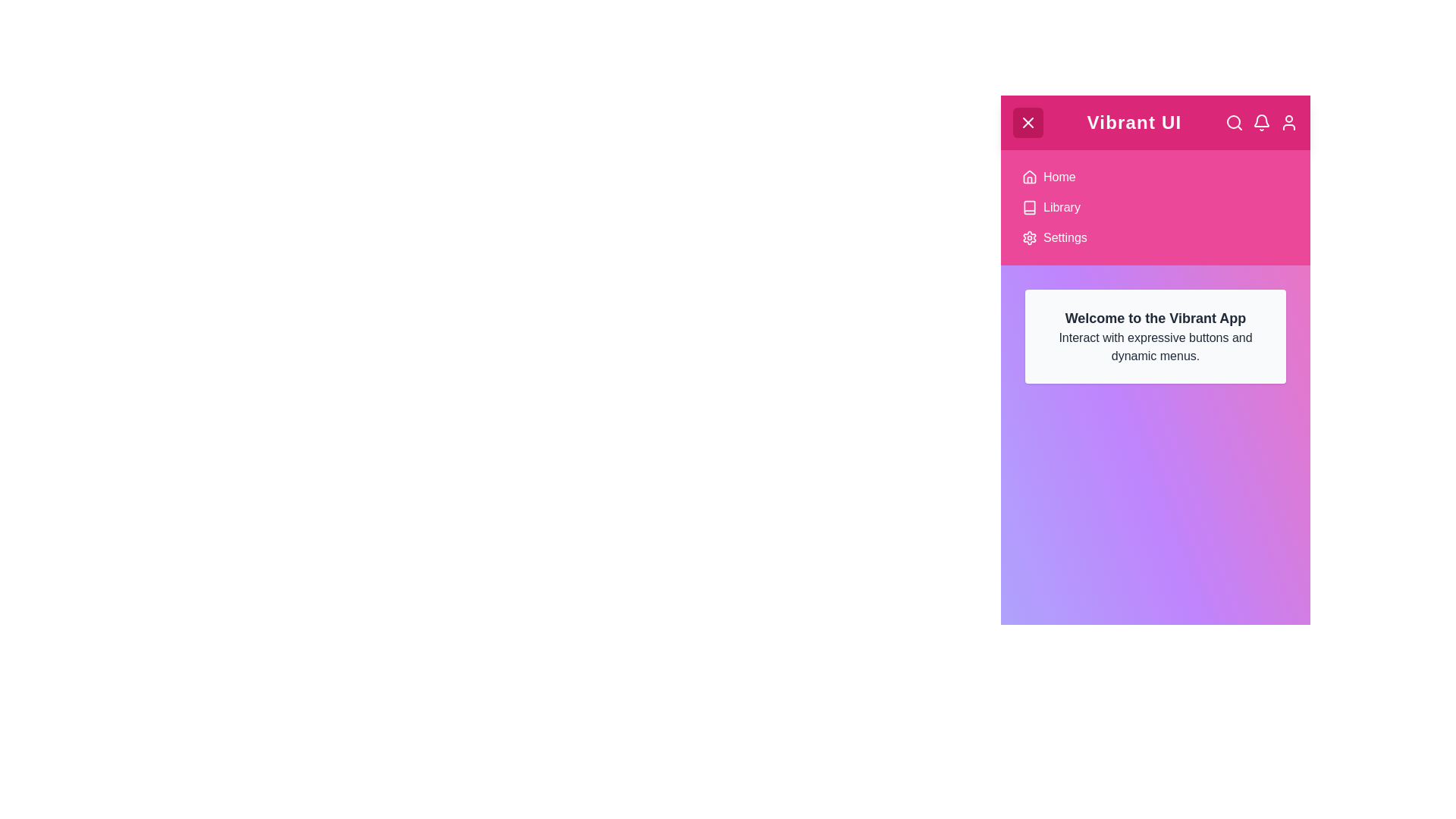 The height and width of the screenshot is (819, 1456). What do you see at coordinates (1028, 122) in the screenshot?
I see `menu button to toggle the menu visibility` at bounding box center [1028, 122].